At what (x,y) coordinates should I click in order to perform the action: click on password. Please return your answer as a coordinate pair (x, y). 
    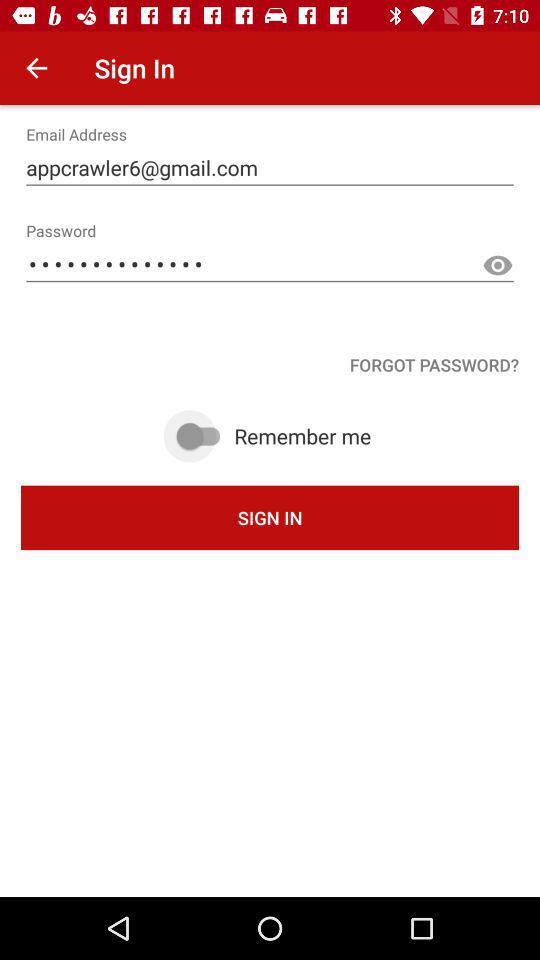
    Looking at the image, I should click on (496, 265).